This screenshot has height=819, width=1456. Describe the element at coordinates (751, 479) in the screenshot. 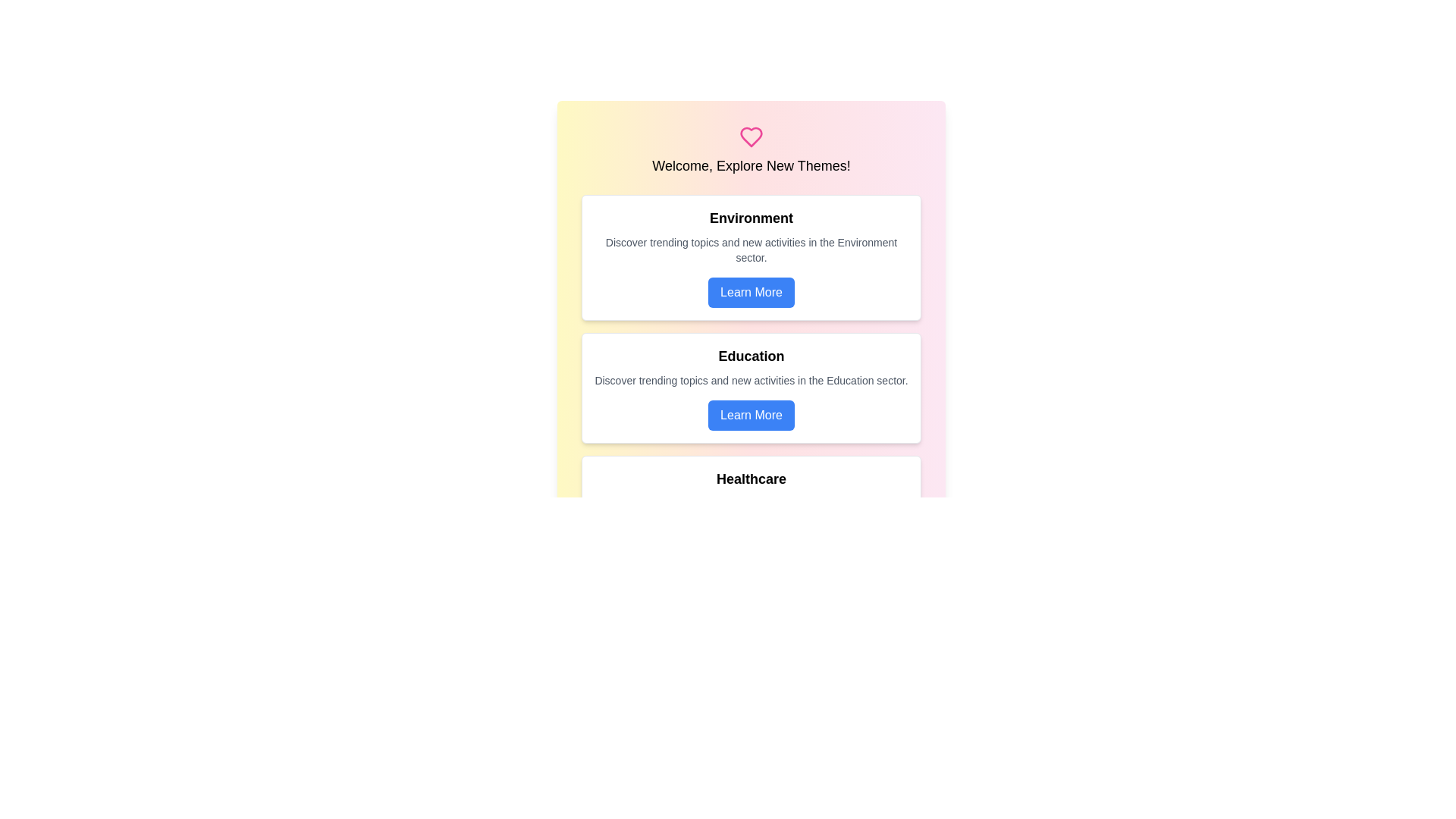

I see `the bold, large 'Healthcare' text label located at the top of the third card in a vertically stacked card layout` at that location.